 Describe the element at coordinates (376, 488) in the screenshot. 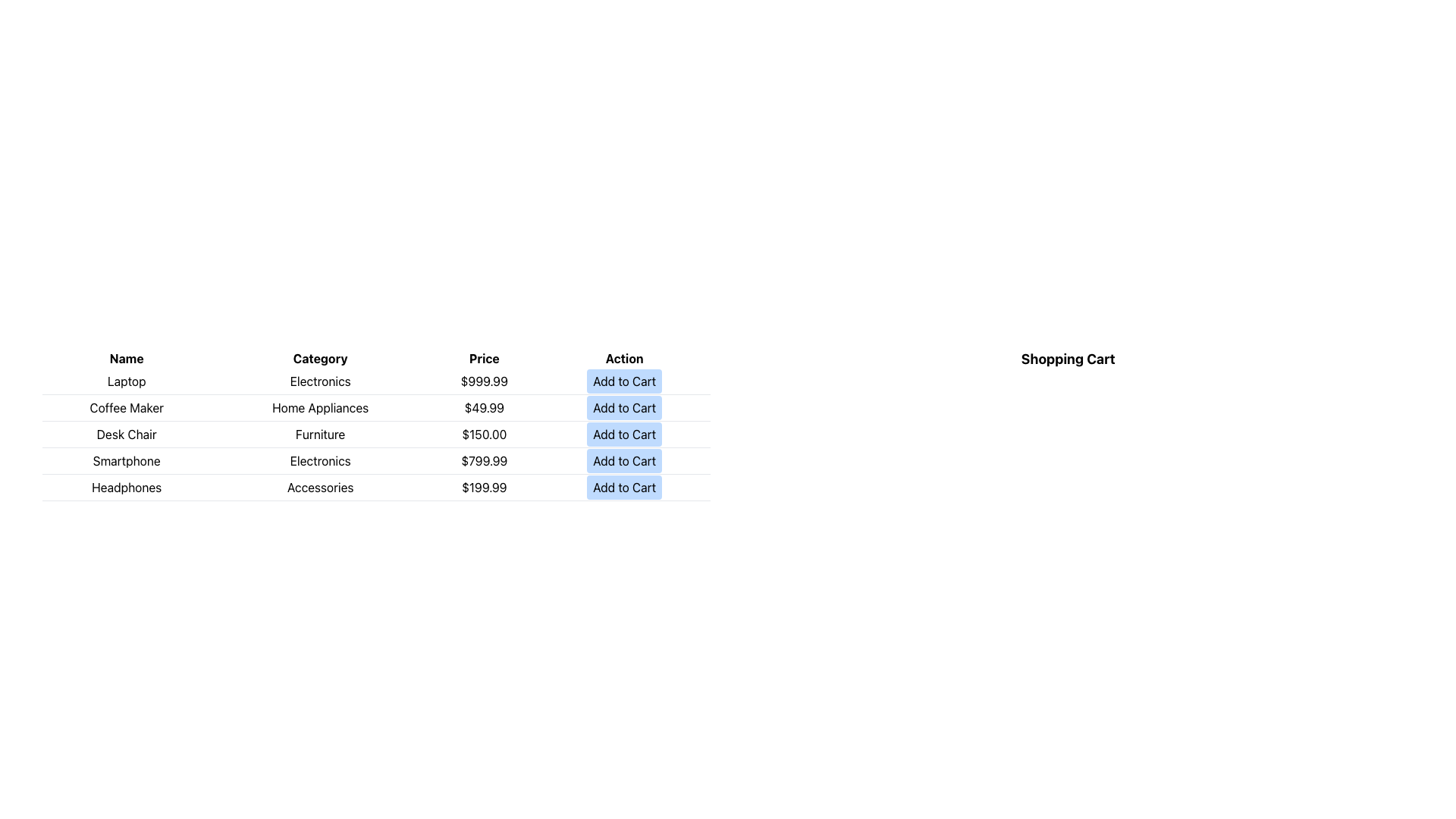

I see `the actionable button in the last row of the product summary table` at that location.